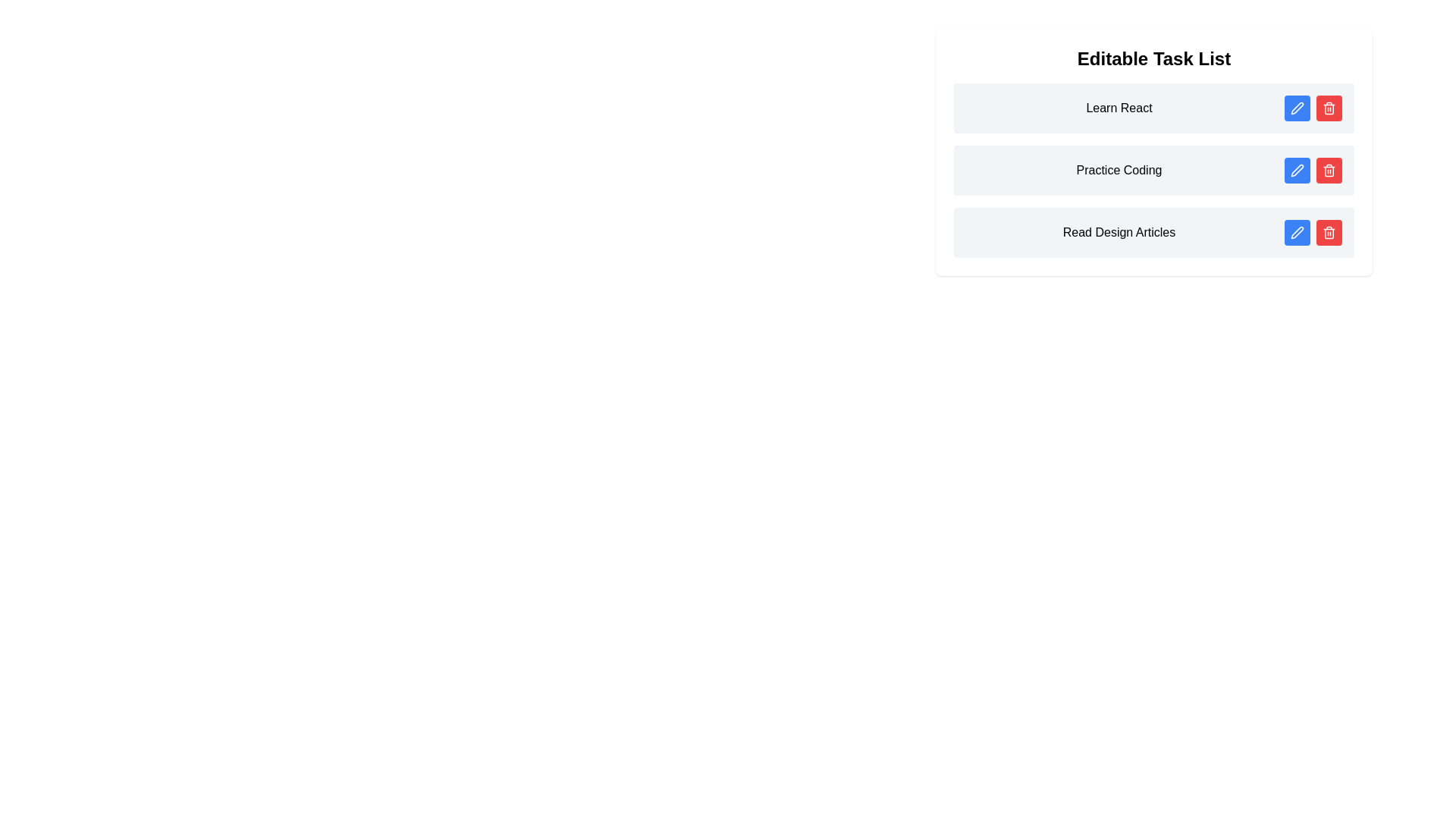 This screenshot has height=819, width=1456. Describe the element at coordinates (1313, 170) in the screenshot. I see `the interactive buttons for the 'Practice Coding' task row, which includes a blue edit button with a pen icon and a red delete button with a trash can icon` at that location.